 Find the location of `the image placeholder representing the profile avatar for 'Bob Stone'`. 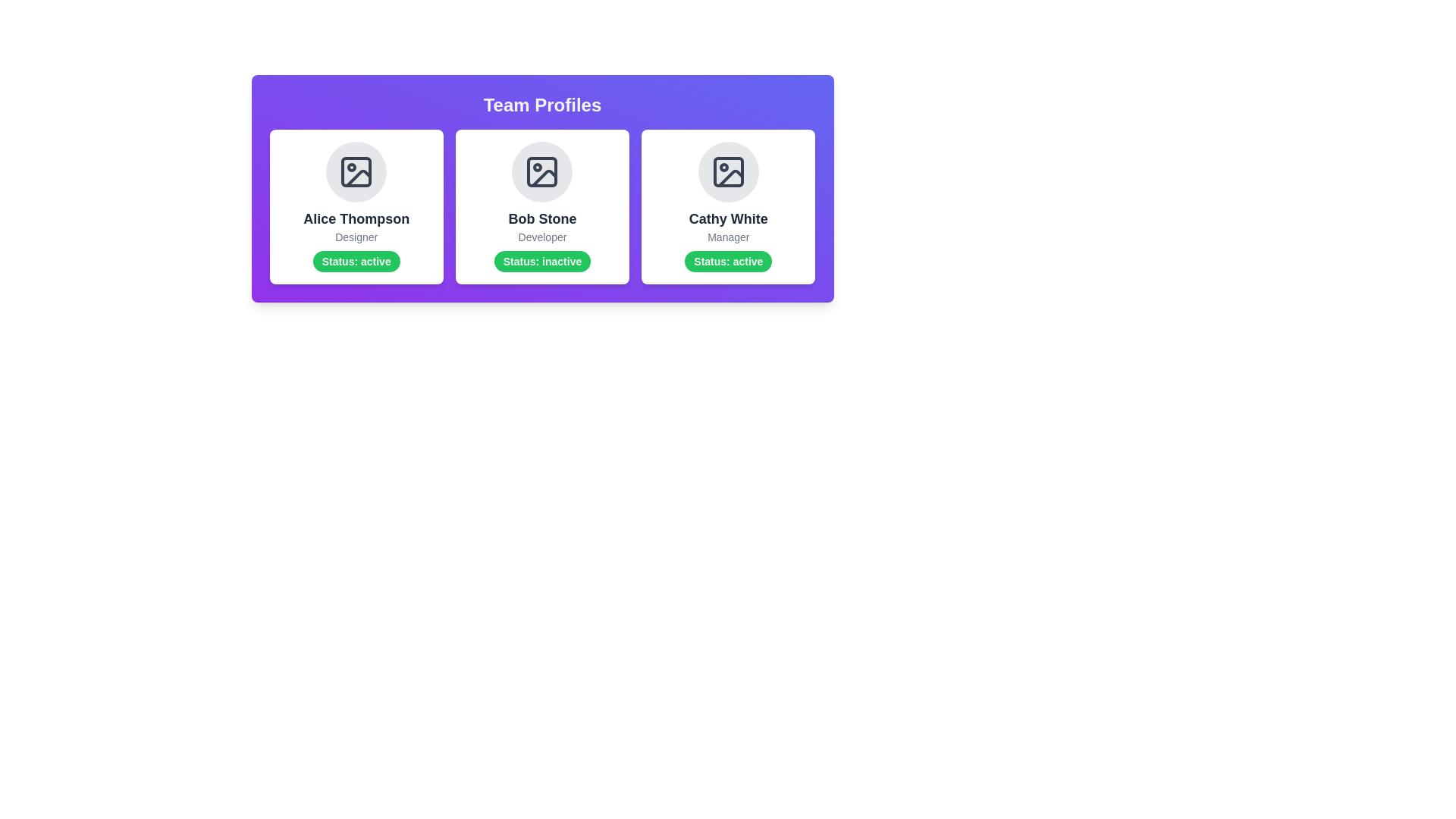

the image placeholder representing the profile avatar for 'Bob Stone' is located at coordinates (542, 171).